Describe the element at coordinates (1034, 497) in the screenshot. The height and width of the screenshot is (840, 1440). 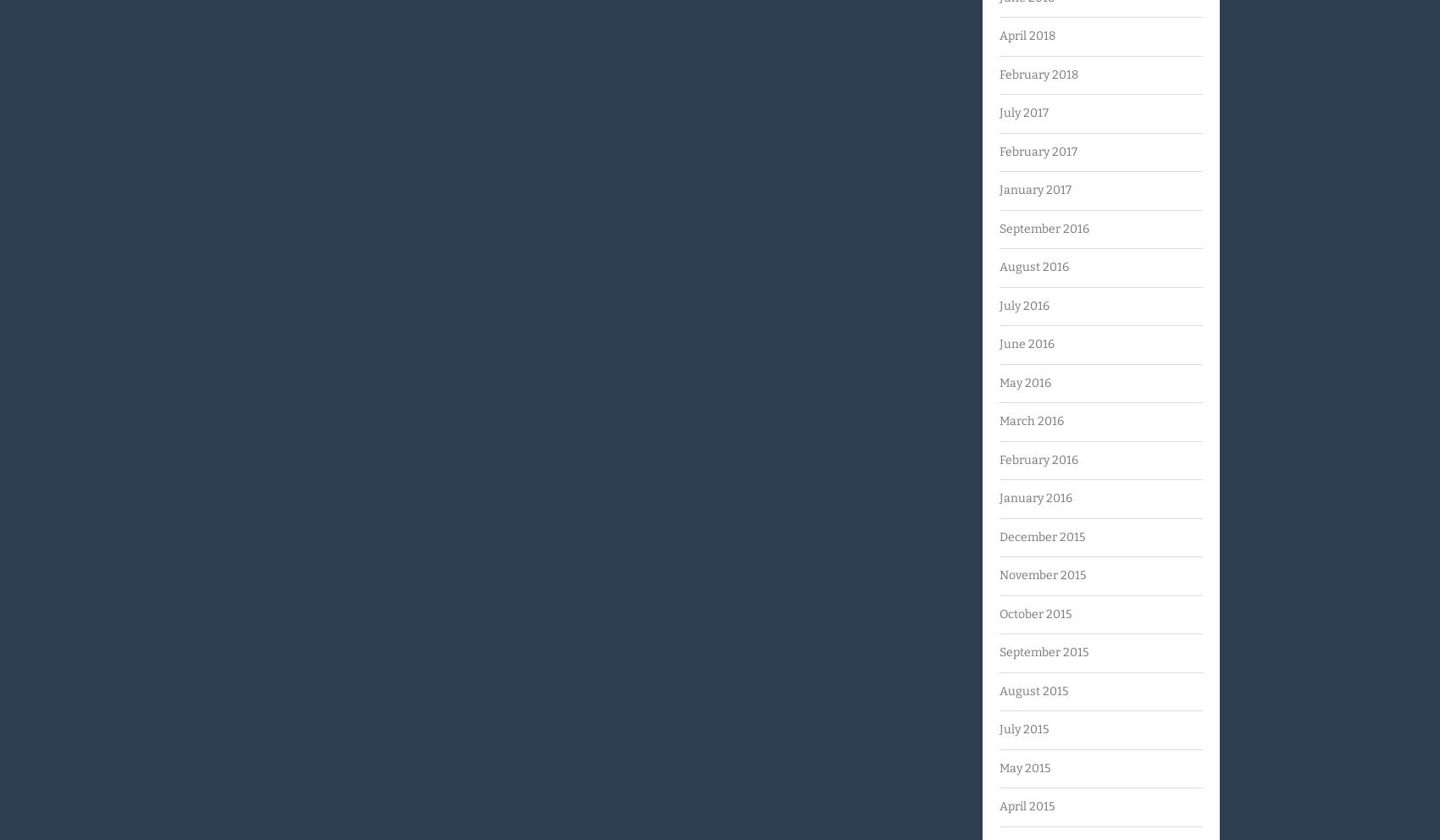
I see `'January 2016'` at that location.